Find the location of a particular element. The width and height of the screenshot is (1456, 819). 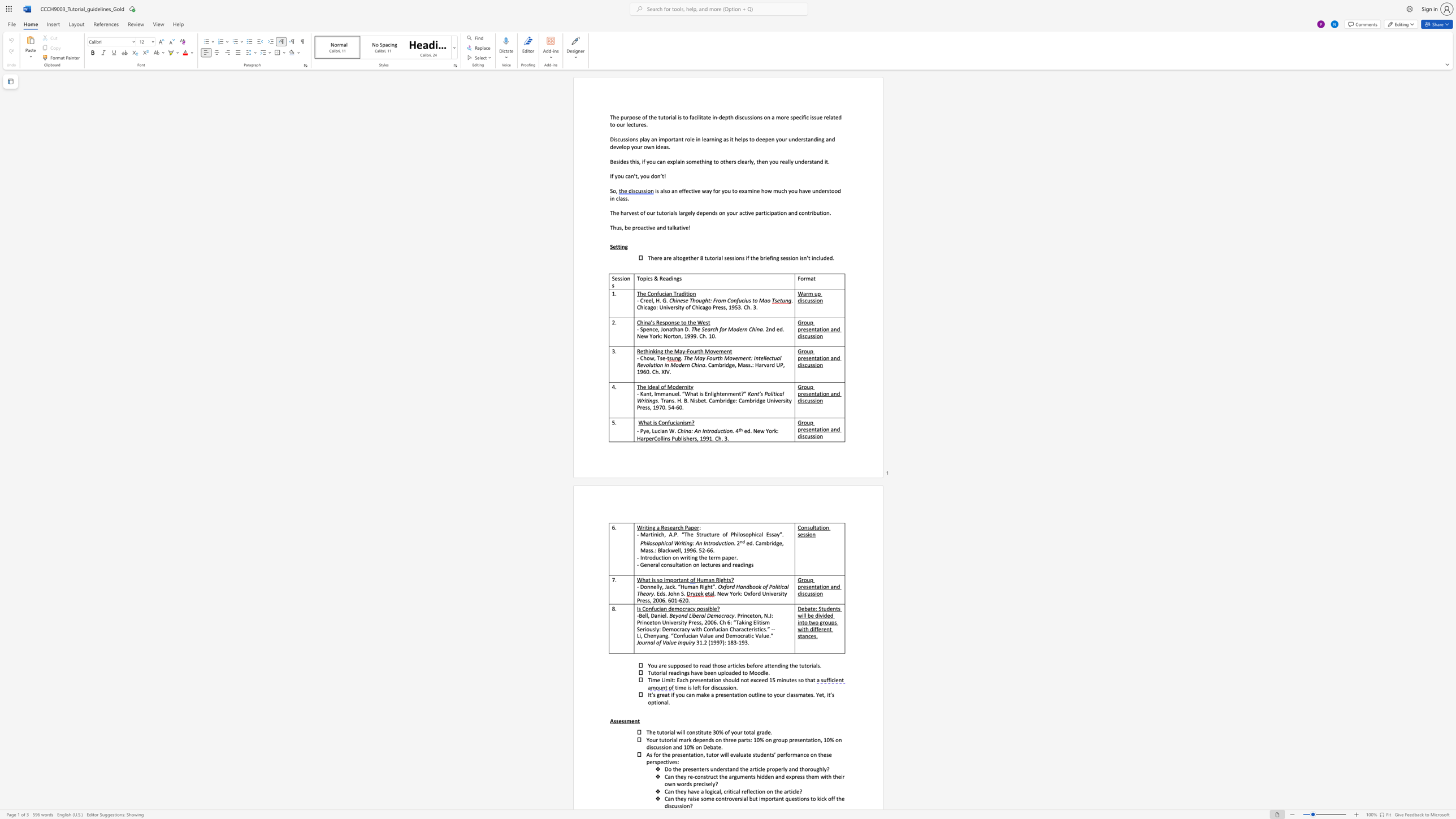

the subset text "king E" within the text ". Princeton, N.J: Princeton University Press, 2006. Ch 6: “Taking Elitism" is located at coordinates (742, 622).